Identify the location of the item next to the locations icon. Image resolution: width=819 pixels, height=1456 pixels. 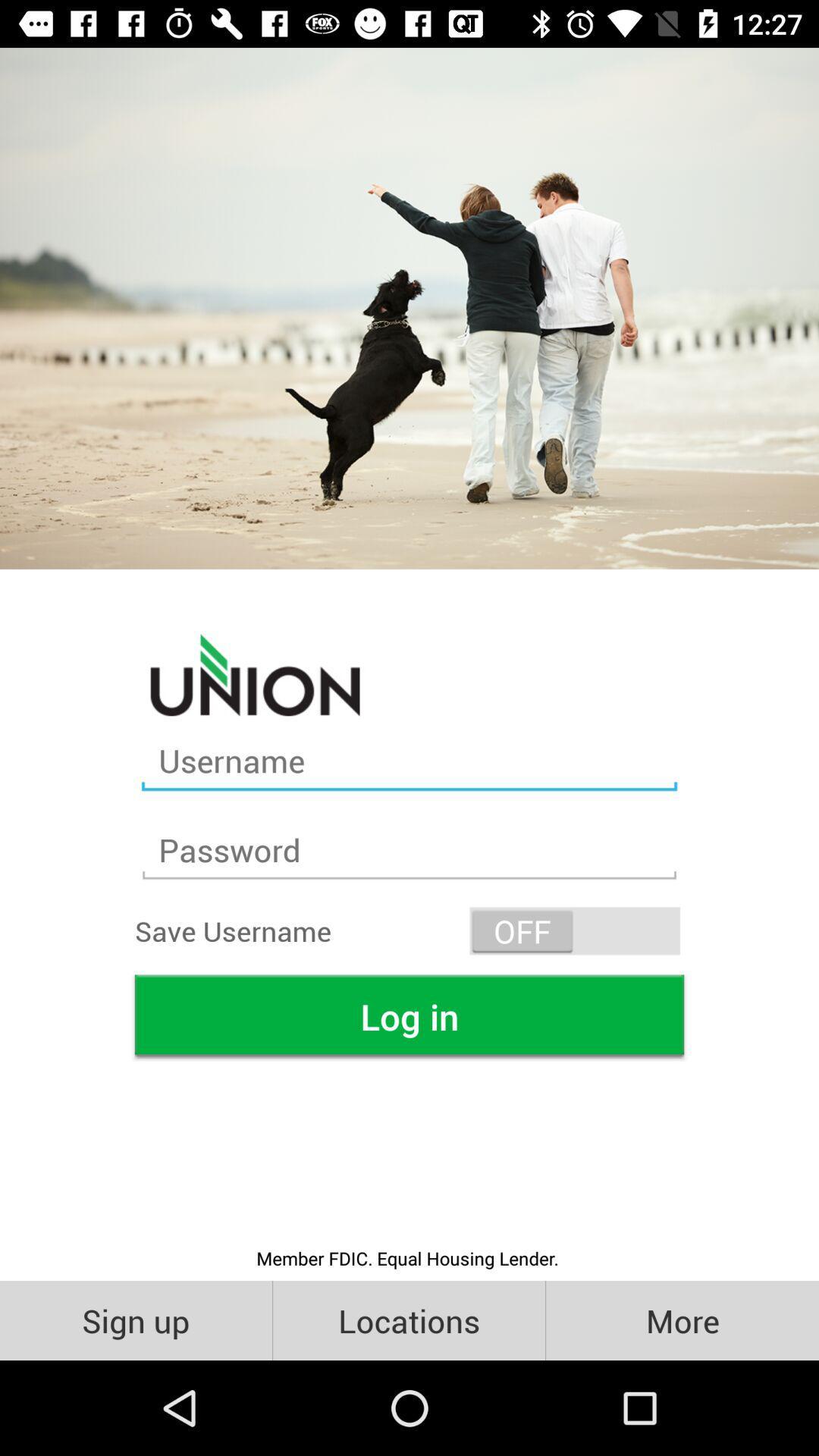
(681, 1319).